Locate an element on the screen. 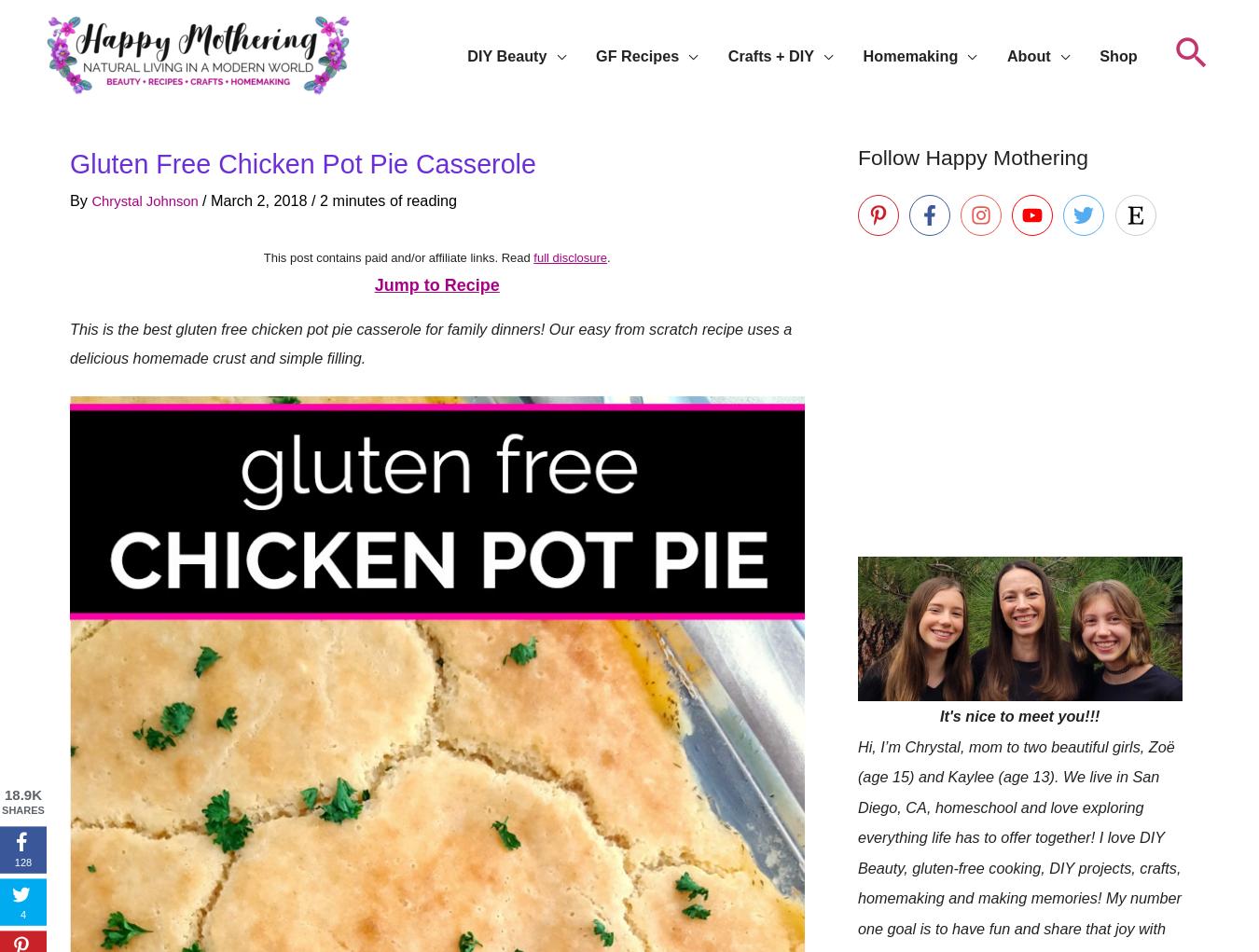 The width and height of the screenshot is (1259, 952). '2 minutes of reading' is located at coordinates (329, 200).